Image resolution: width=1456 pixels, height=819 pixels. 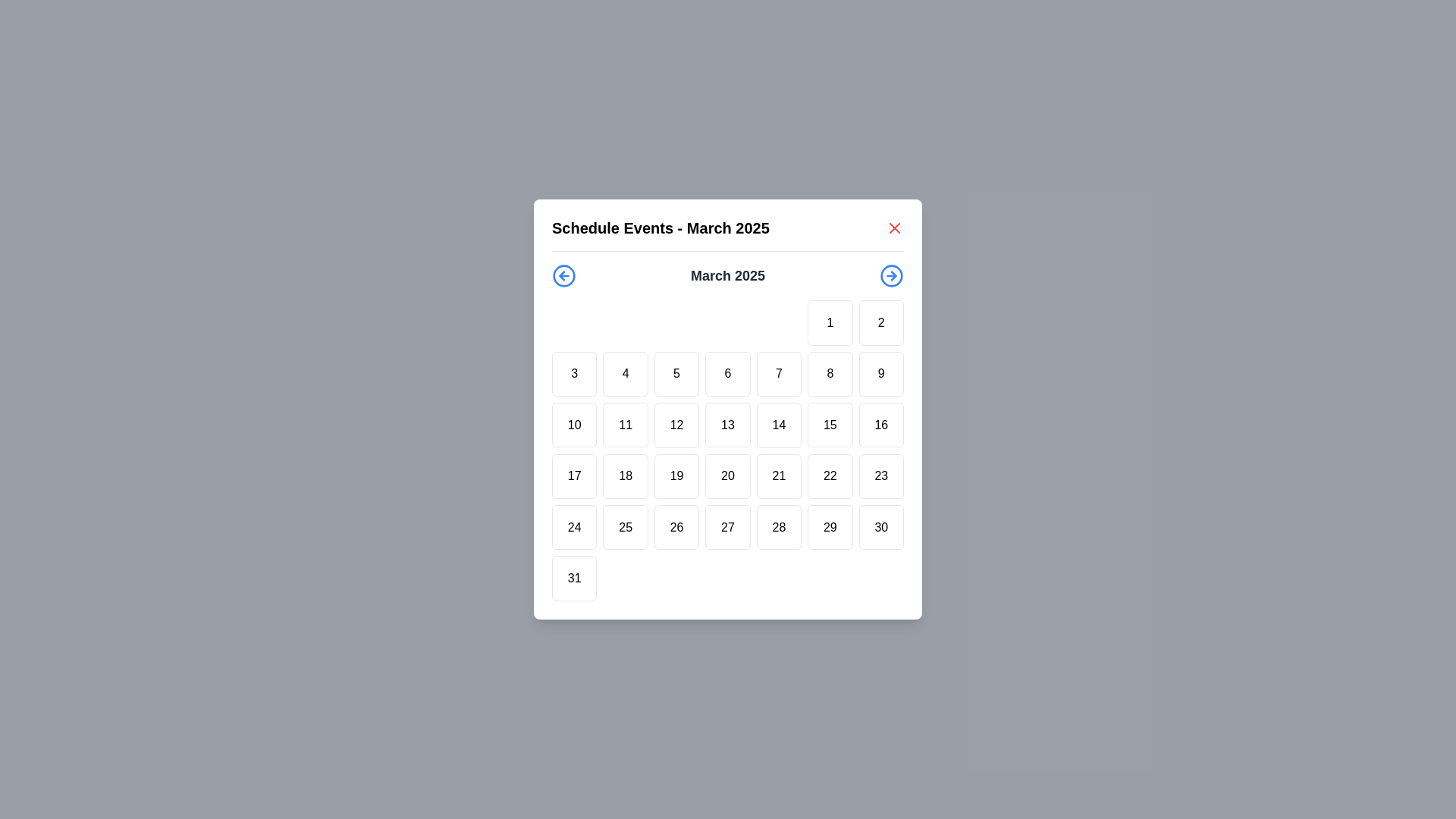 What do you see at coordinates (728, 425) in the screenshot?
I see `the interactive calendar day button representing the 13th day to trigger a hover effect` at bounding box center [728, 425].